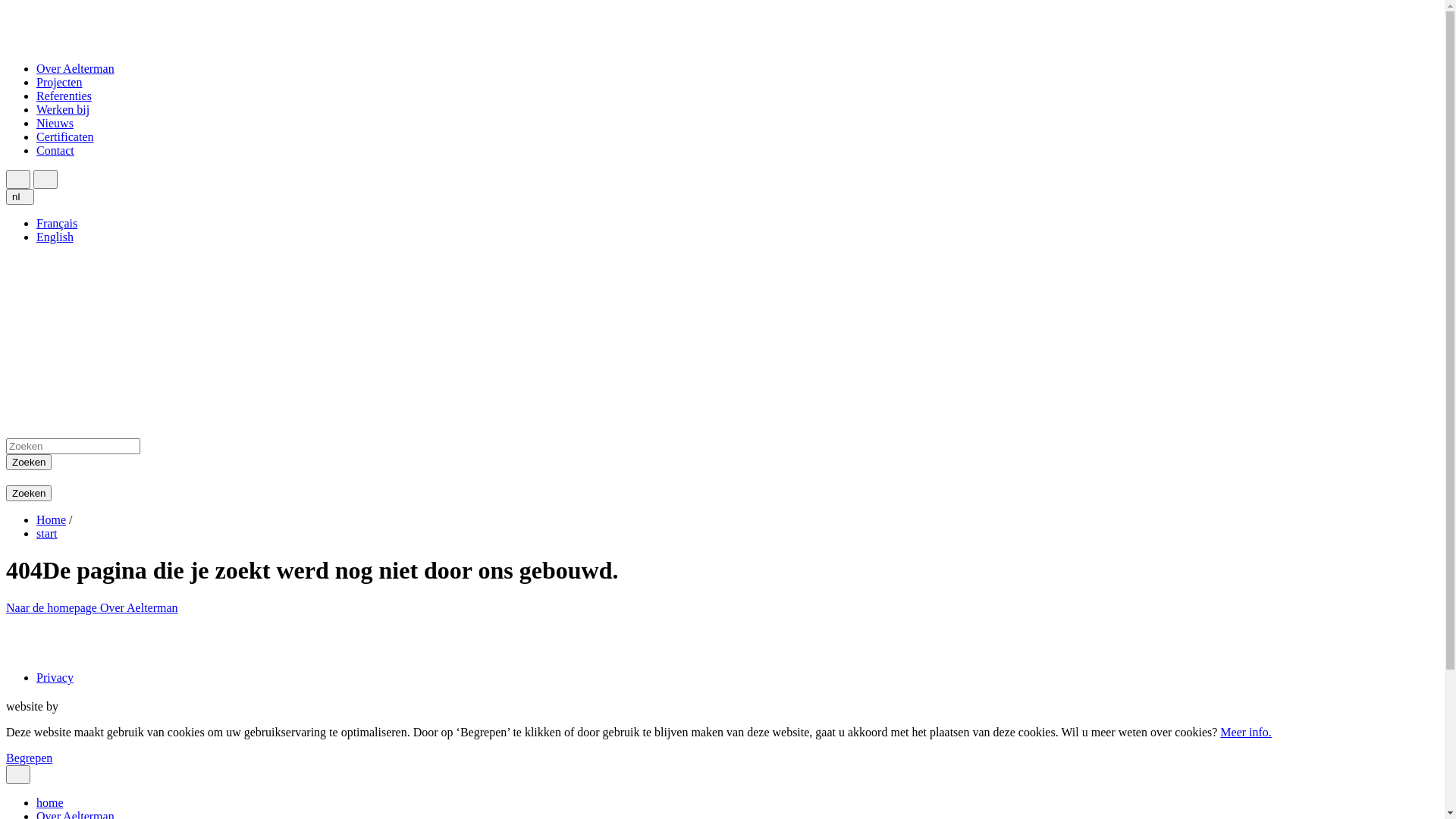 This screenshot has width=1456, height=819. Describe the element at coordinates (6, 607) in the screenshot. I see `'Naar de homepage'` at that location.